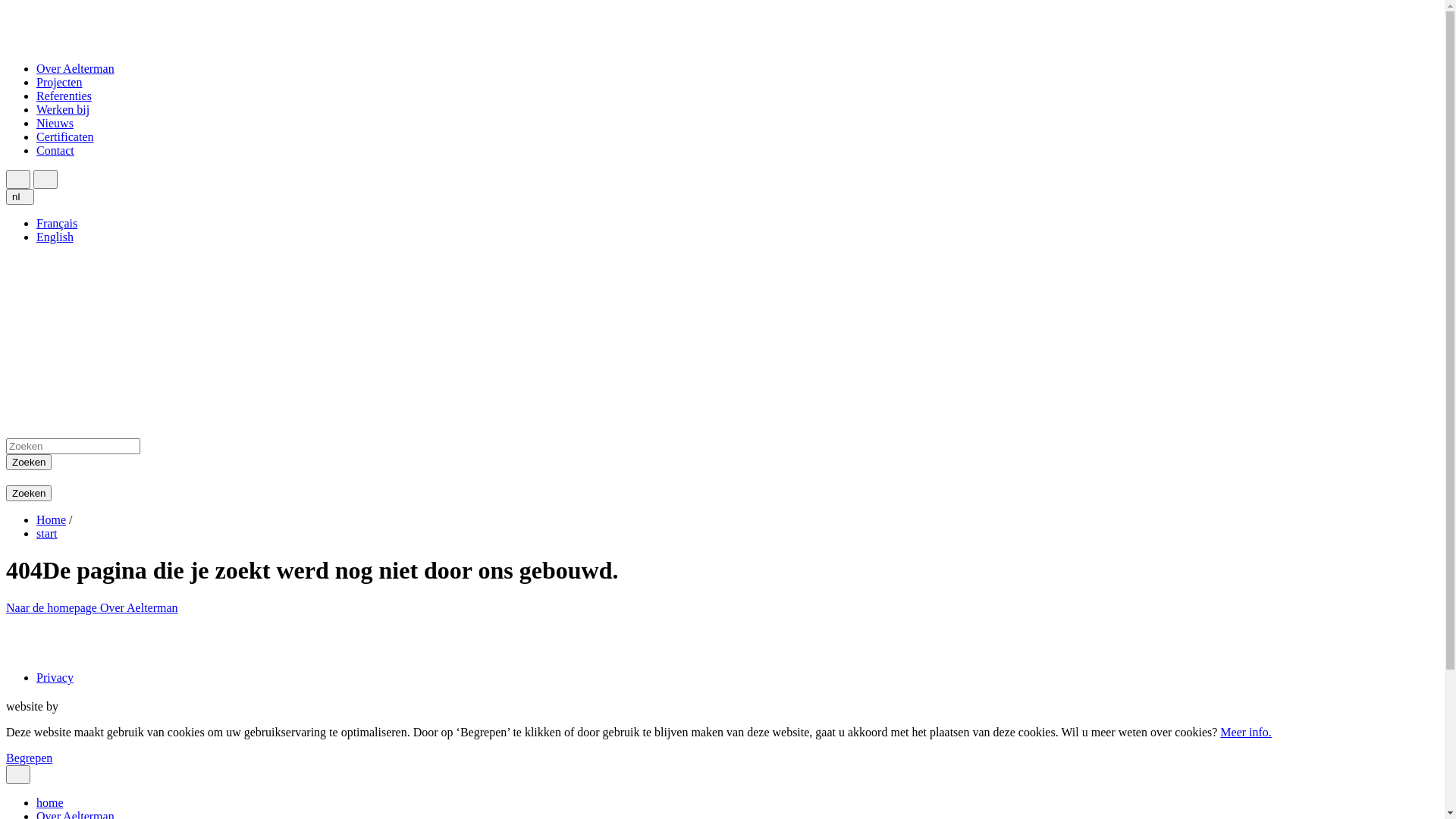 This screenshot has width=1456, height=819. Describe the element at coordinates (6, 607) in the screenshot. I see `'Naar de homepage'` at that location.